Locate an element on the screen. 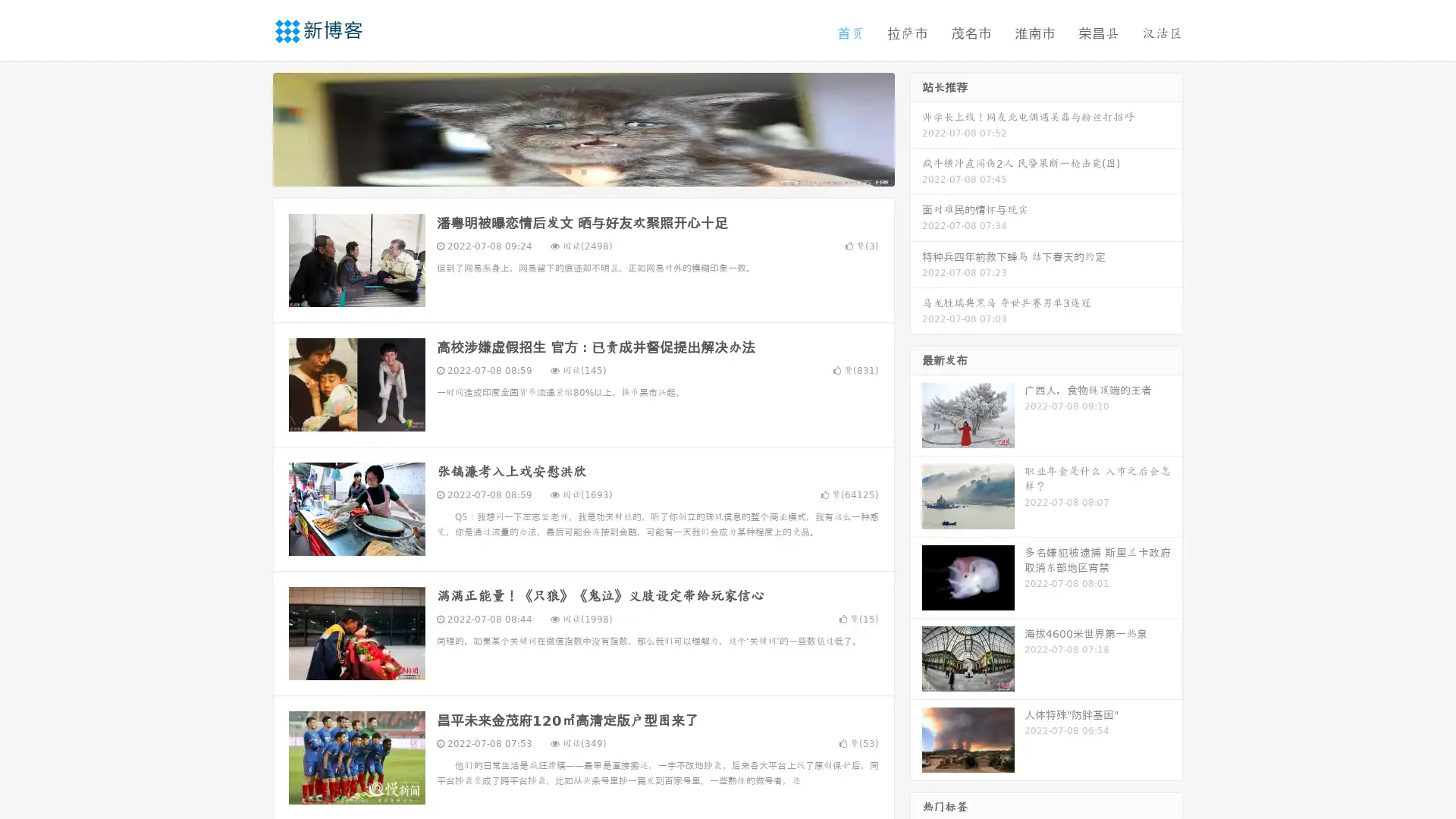  Previous slide is located at coordinates (250, 127).